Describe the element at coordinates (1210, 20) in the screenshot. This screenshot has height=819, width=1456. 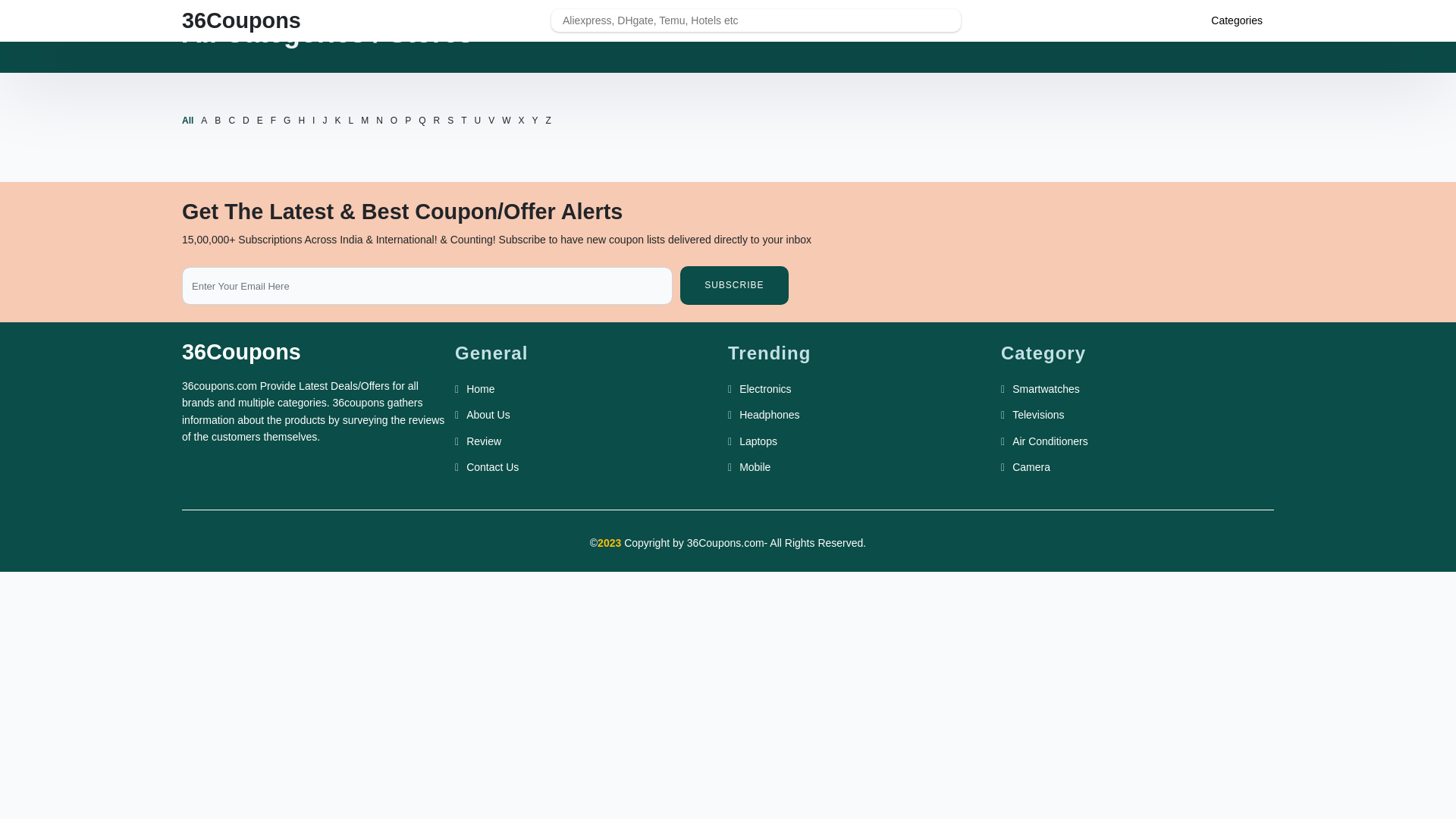
I see `'Categories'` at that location.